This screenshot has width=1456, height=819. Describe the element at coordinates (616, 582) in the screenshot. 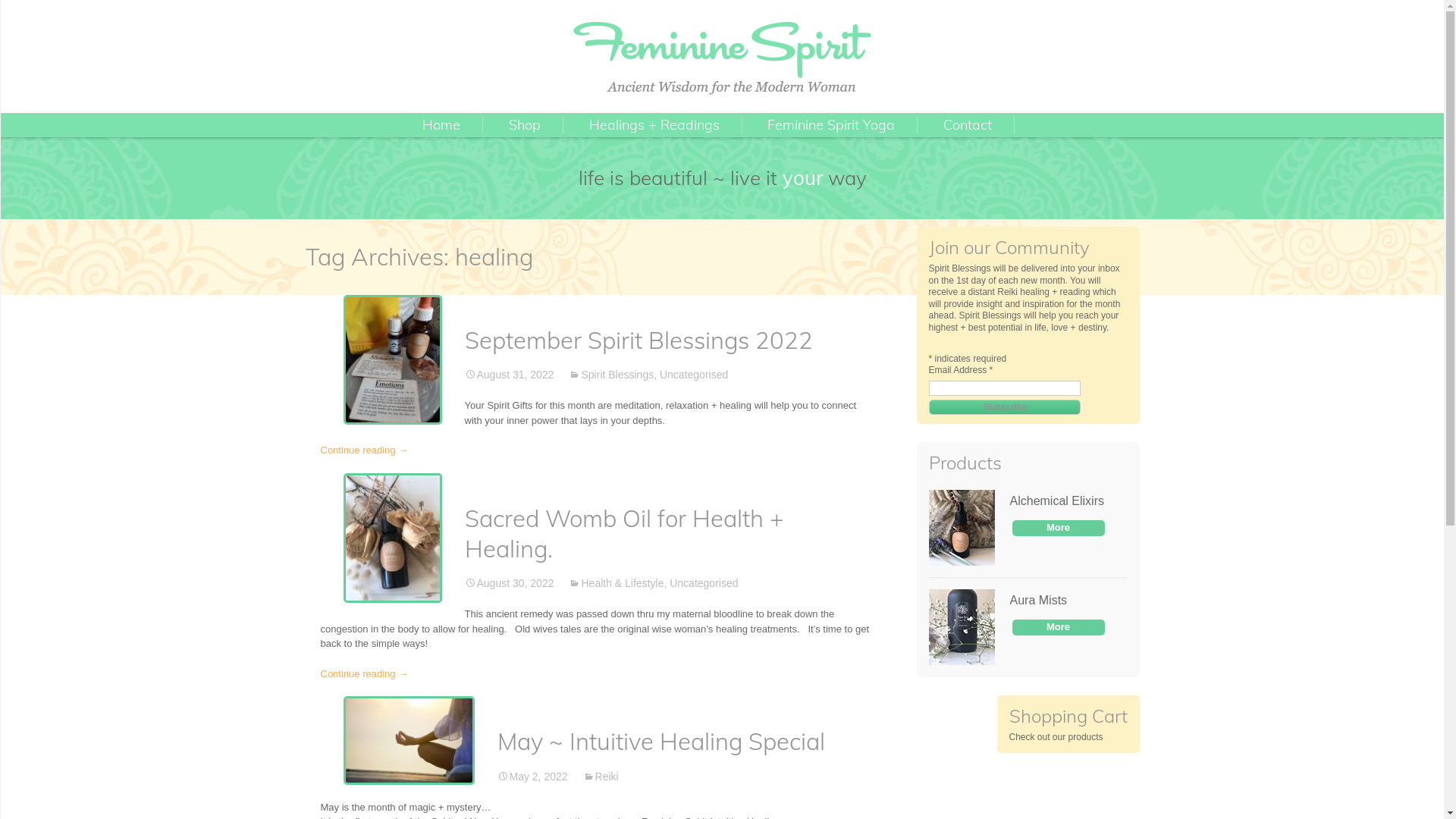

I see `'Health & Lifestyle'` at that location.